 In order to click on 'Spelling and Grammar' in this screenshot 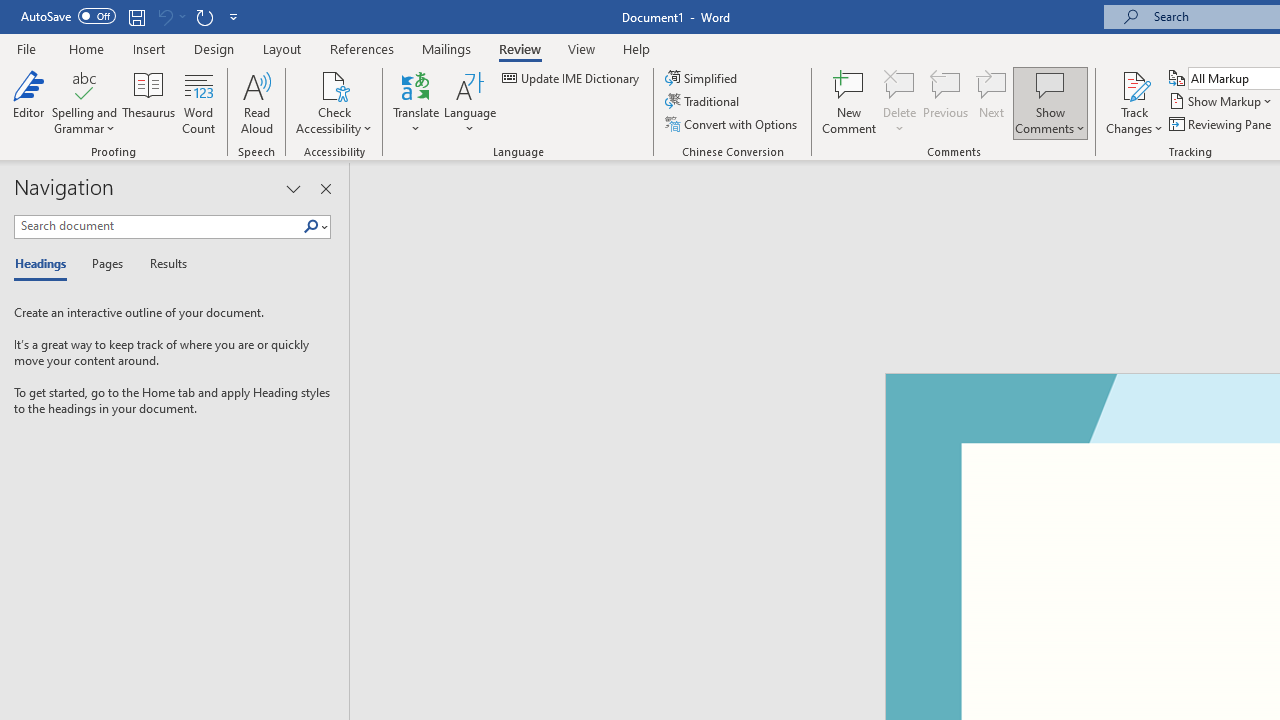, I will do `click(84, 84)`.